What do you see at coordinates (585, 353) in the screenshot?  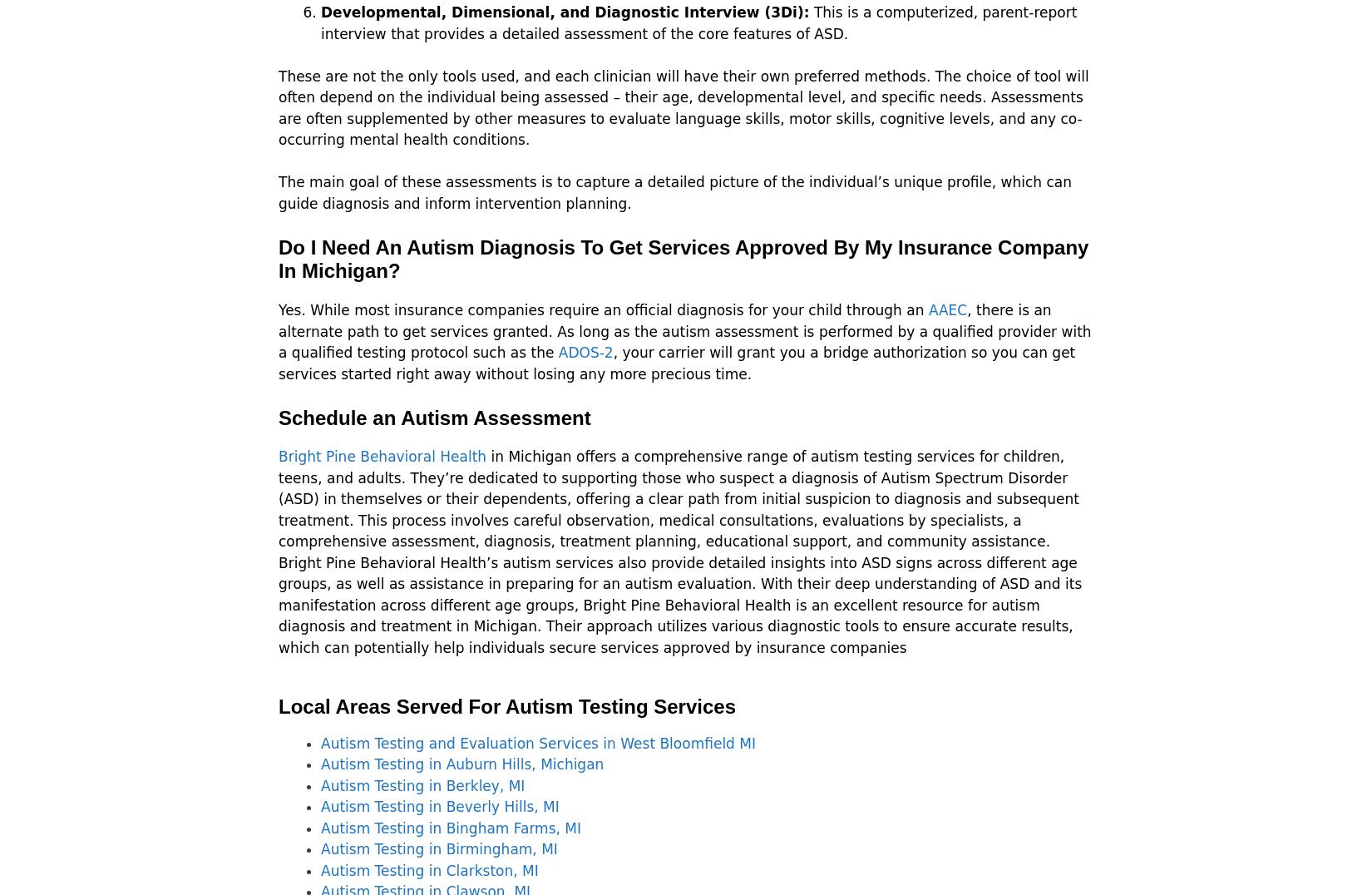 I see `'ADOS-2'` at bounding box center [585, 353].